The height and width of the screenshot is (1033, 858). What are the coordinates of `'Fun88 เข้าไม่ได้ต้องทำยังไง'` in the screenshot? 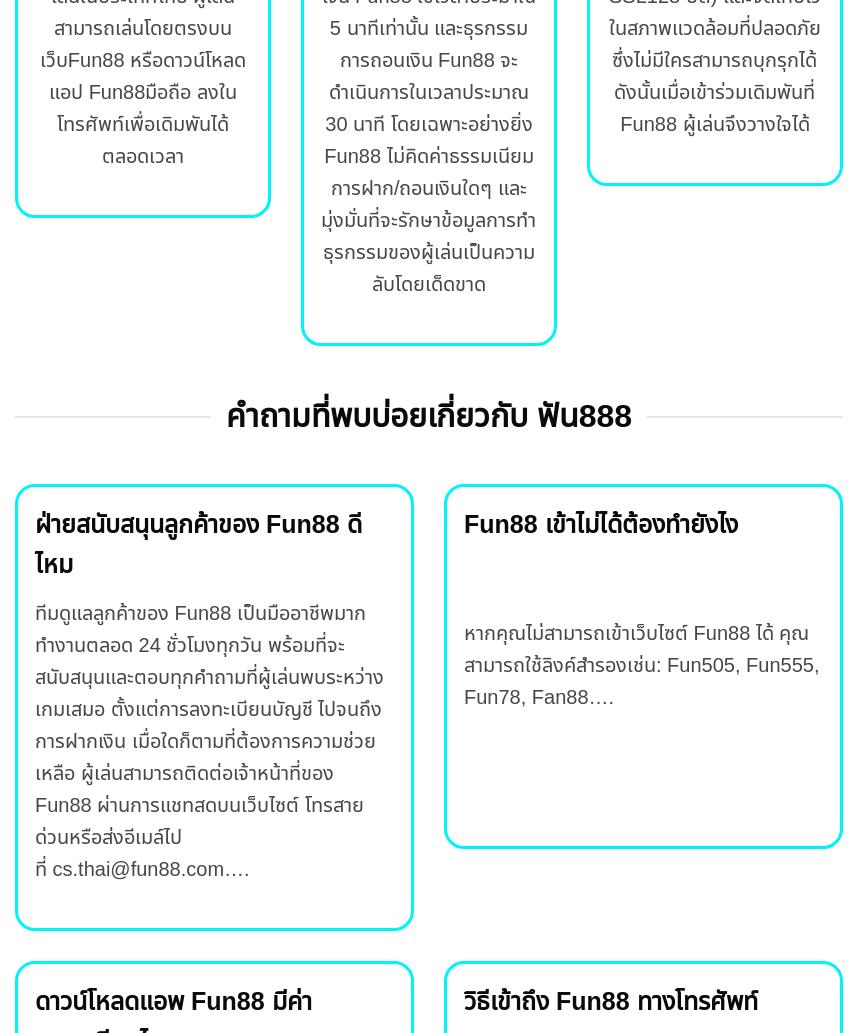 It's located at (599, 523).